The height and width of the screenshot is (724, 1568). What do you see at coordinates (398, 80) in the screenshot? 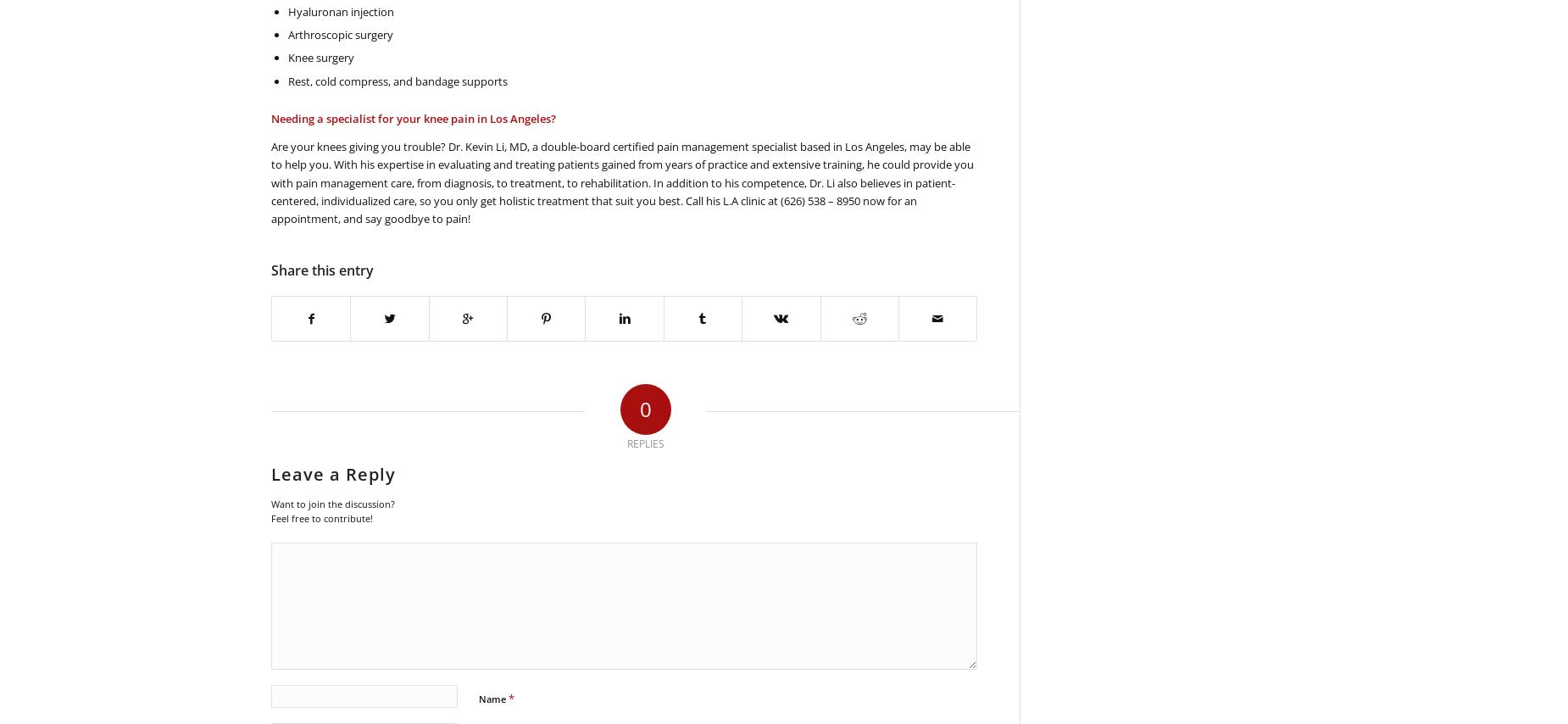
I see `'Rest, cold compress, and bandage supports'` at bounding box center [398, 80].